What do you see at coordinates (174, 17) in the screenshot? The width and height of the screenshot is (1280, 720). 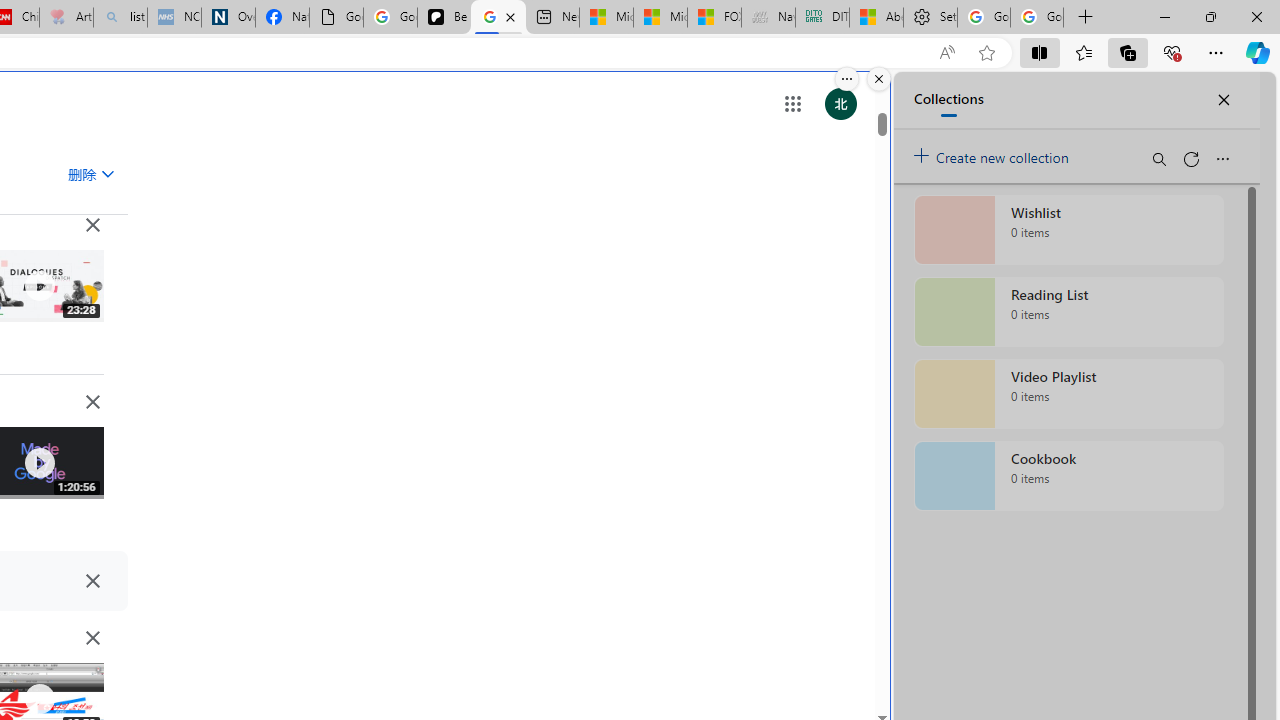 I see `'NCL Adult Asthma Inhaler Choice Guideline - Sleeping'` at bounding box center [174, 17].